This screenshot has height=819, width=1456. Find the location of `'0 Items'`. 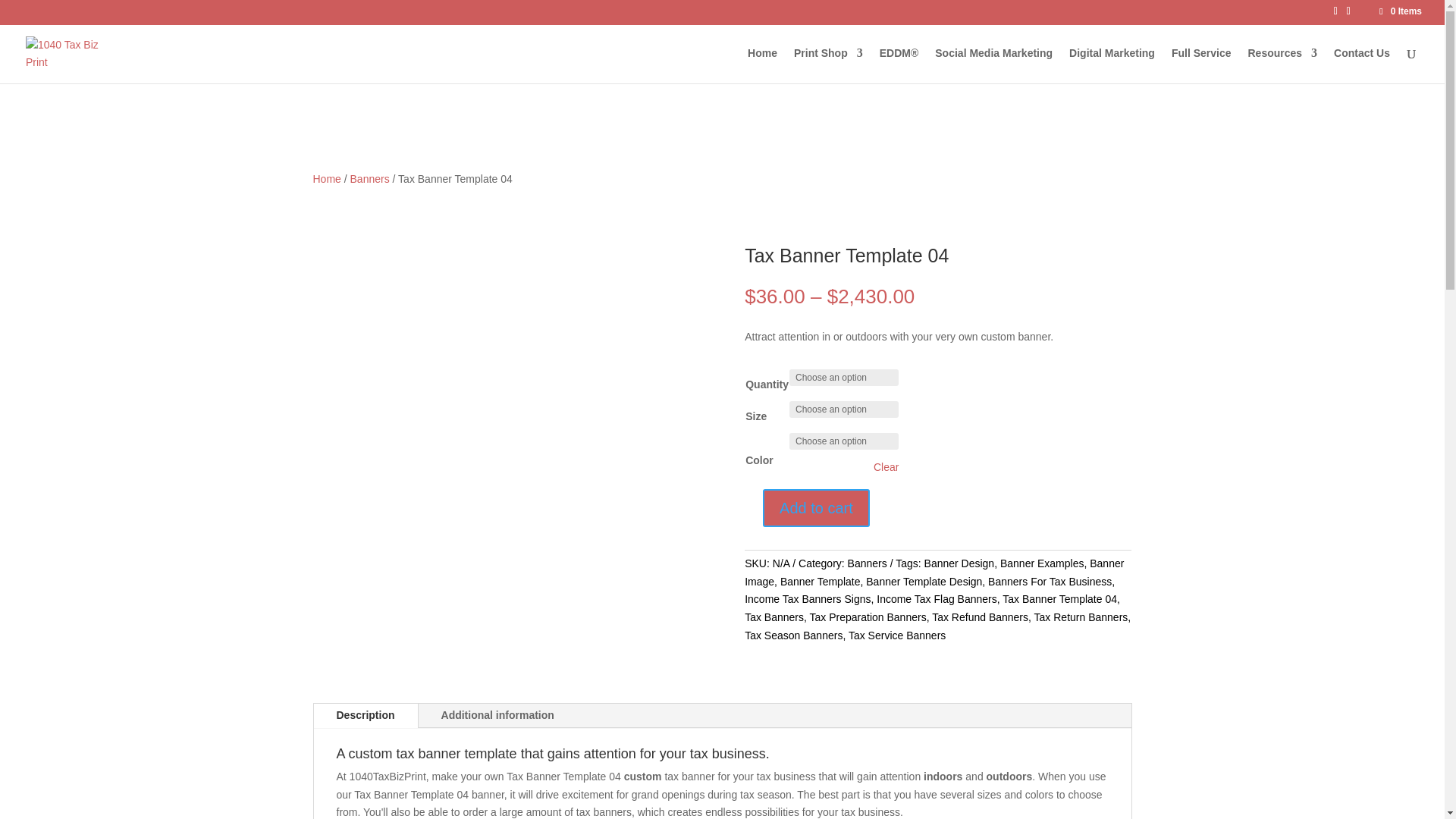

'0 Items' is located at coordinates (1376, 11).